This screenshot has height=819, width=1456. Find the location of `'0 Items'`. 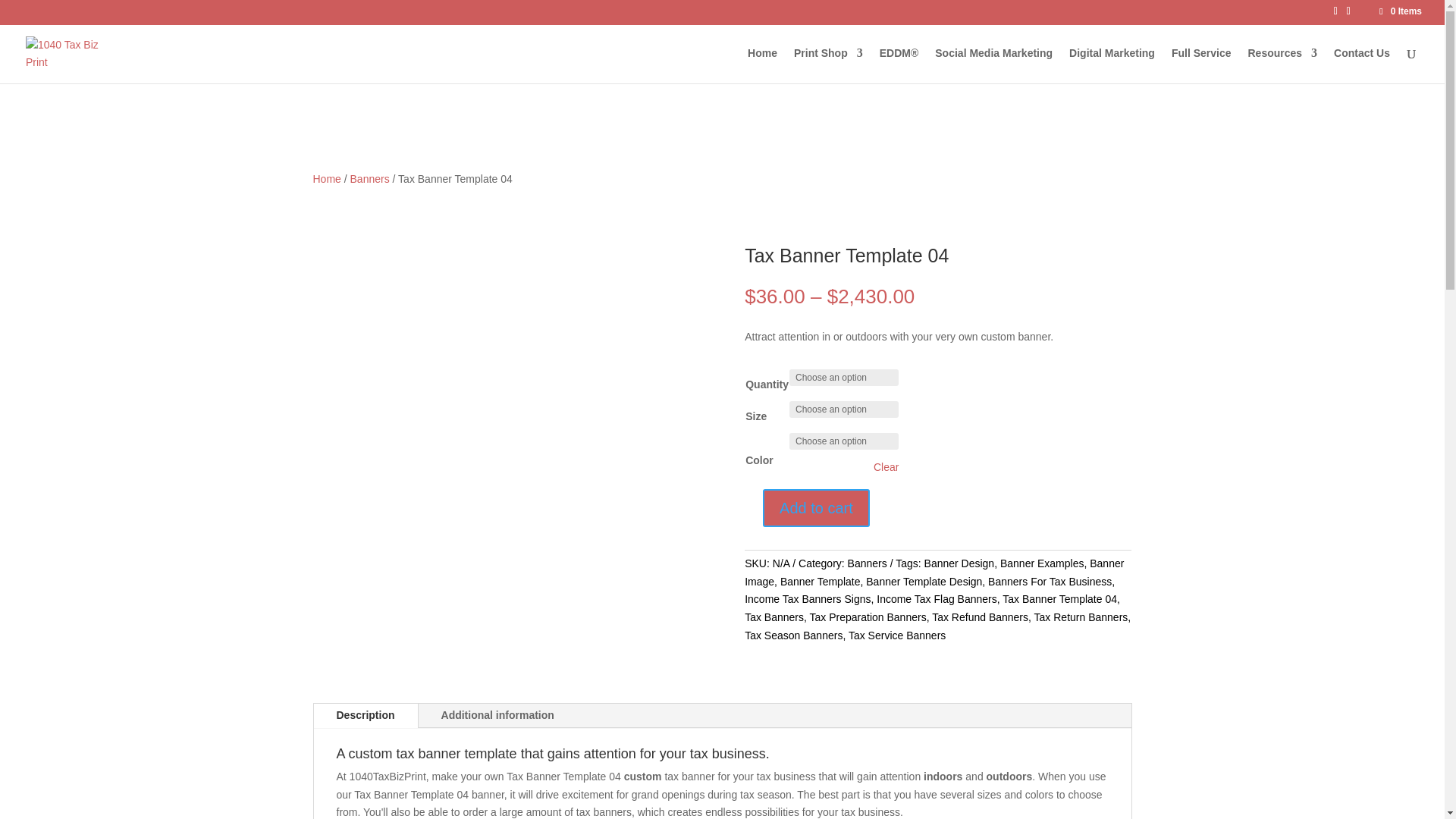

'0 Items' is located at coordinates (1376, 11).